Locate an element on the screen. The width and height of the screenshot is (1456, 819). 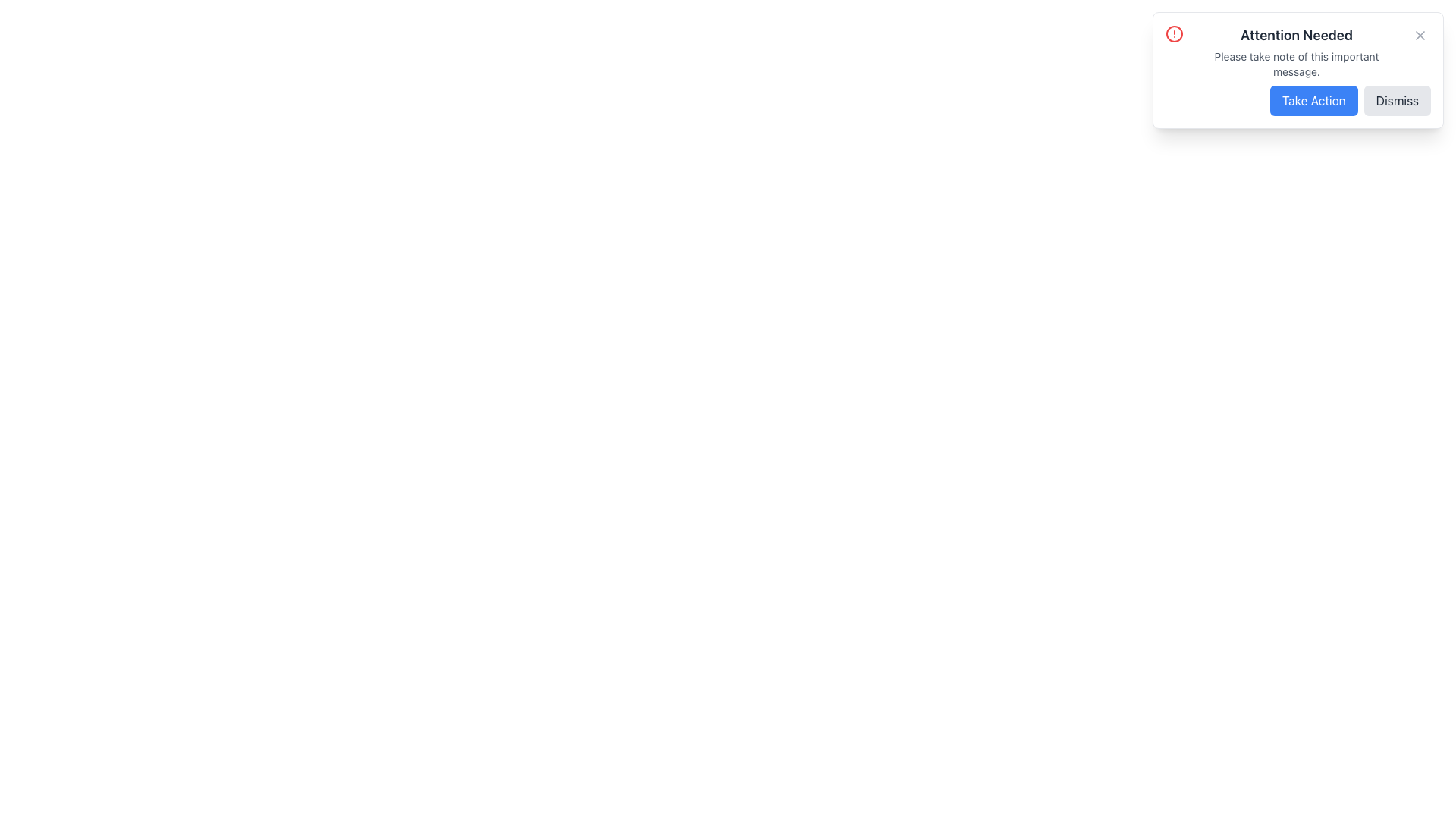
the Close Icon resembling an 'X' symbol at the top-right corner of the modal is located at coordinates (1419, 34).